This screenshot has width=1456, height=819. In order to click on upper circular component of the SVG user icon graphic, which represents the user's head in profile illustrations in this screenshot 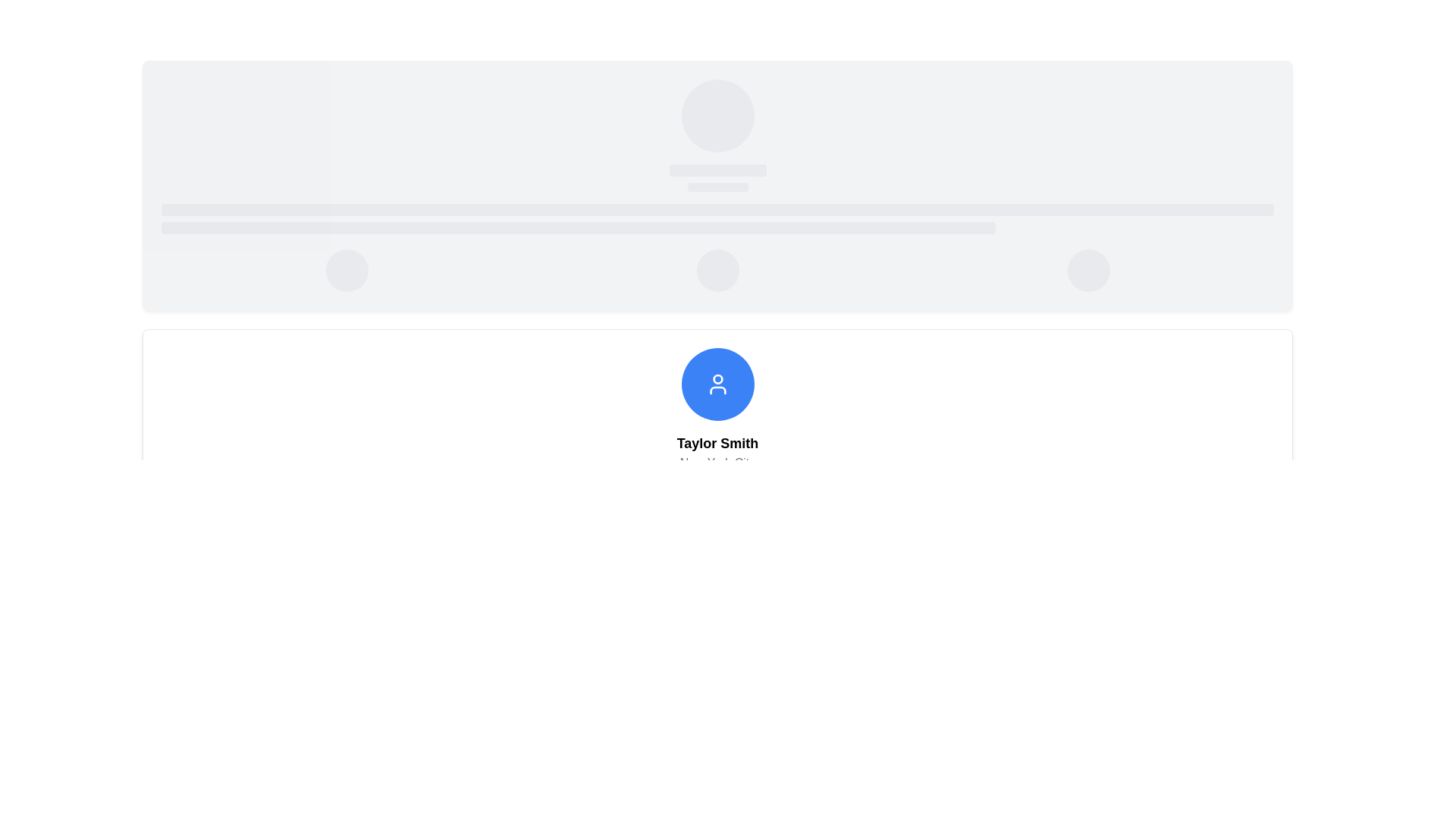, I will do `click(717, 378)`.